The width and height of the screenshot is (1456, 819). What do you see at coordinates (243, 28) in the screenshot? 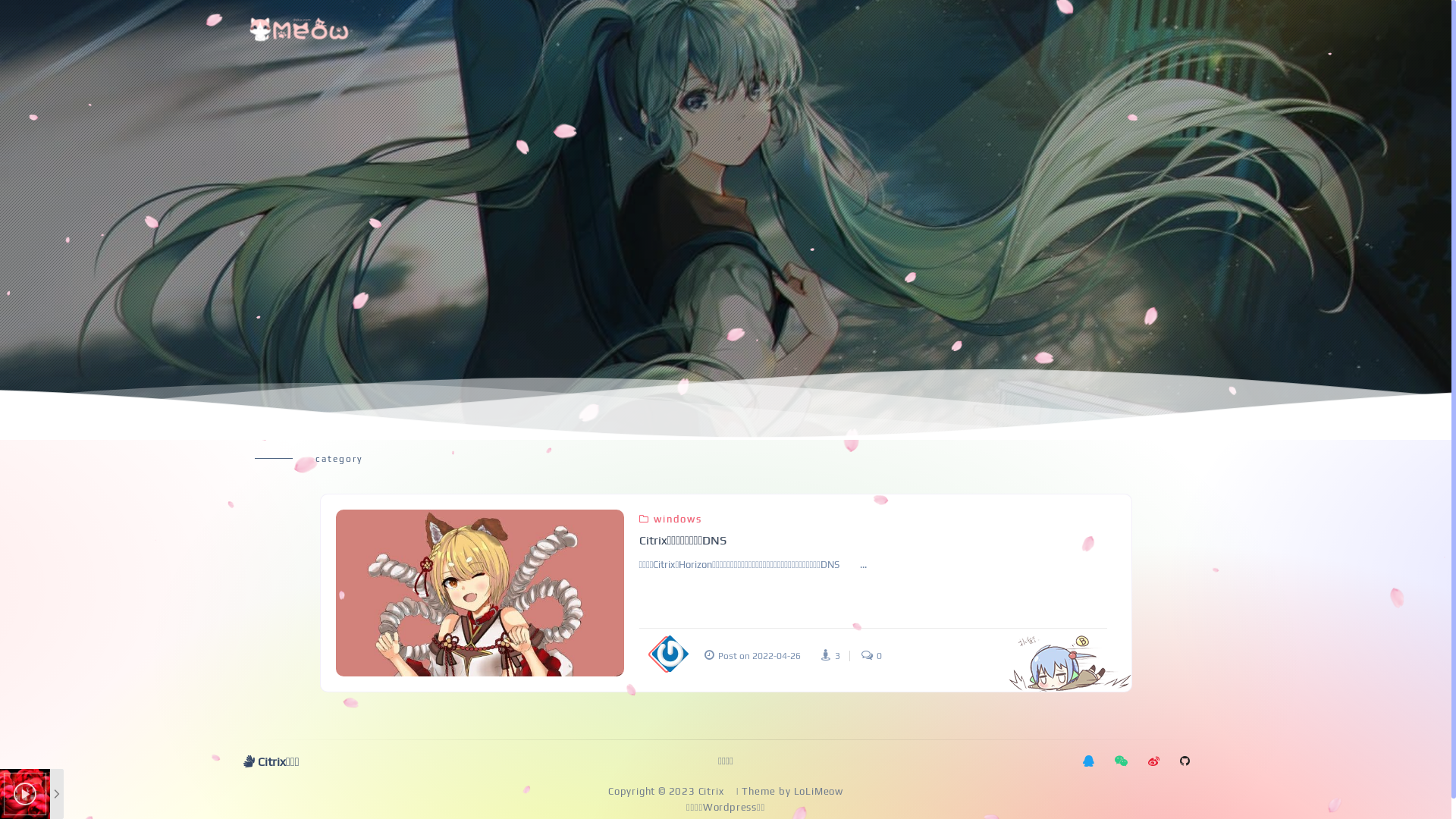
I see `'boxmoe'` at bounding box center [243, 28].